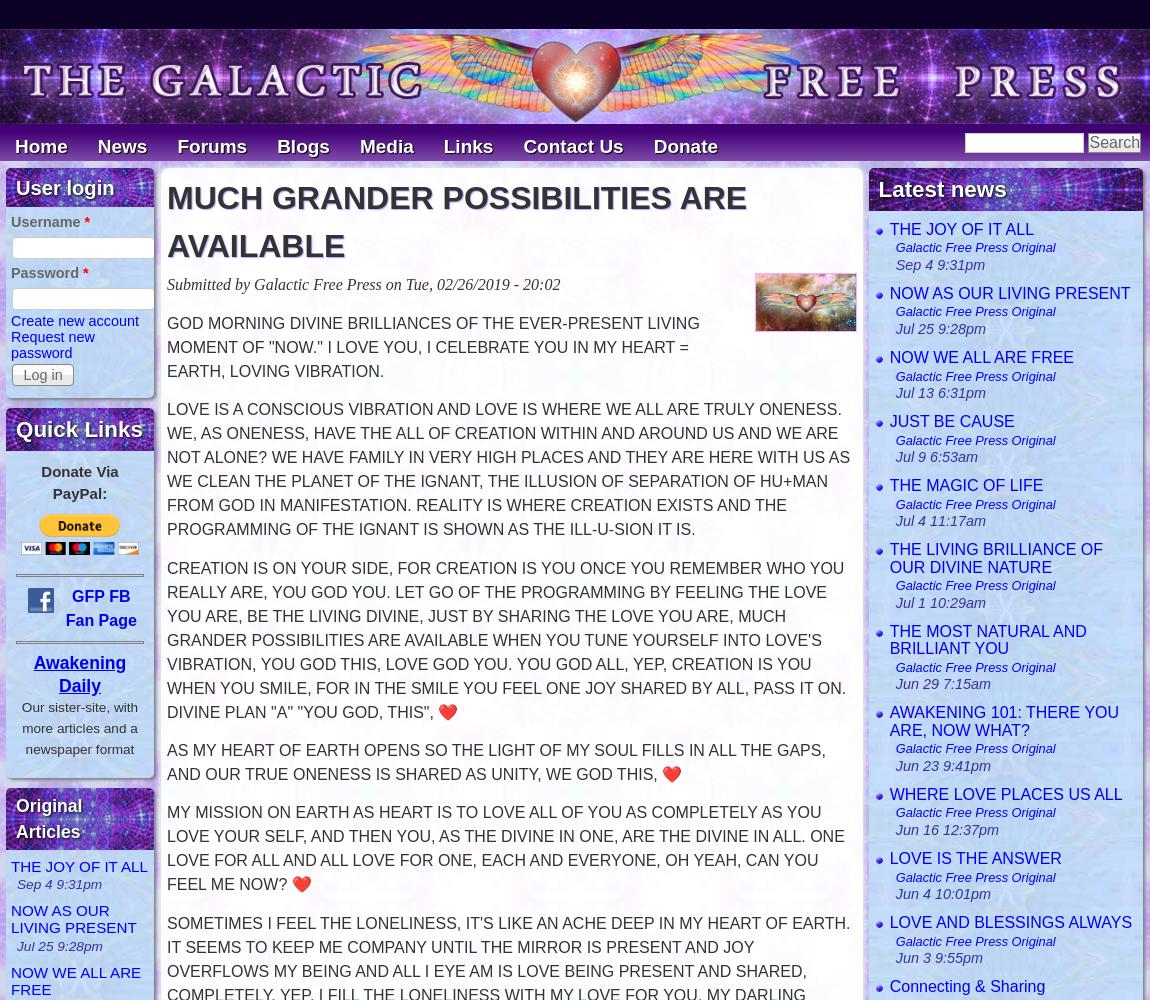 The image size is (1150, 1000). Describe the element at coordinates (942, 684) in the screenshot. I see `'Jun 29 7:15am'` at that location.